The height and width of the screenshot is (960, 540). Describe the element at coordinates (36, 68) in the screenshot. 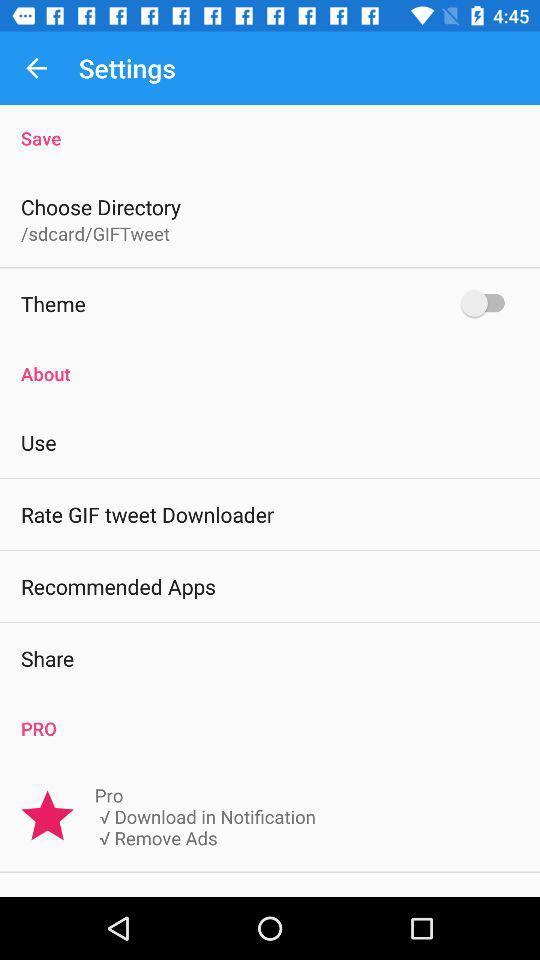

I see `item above the save` at that location.